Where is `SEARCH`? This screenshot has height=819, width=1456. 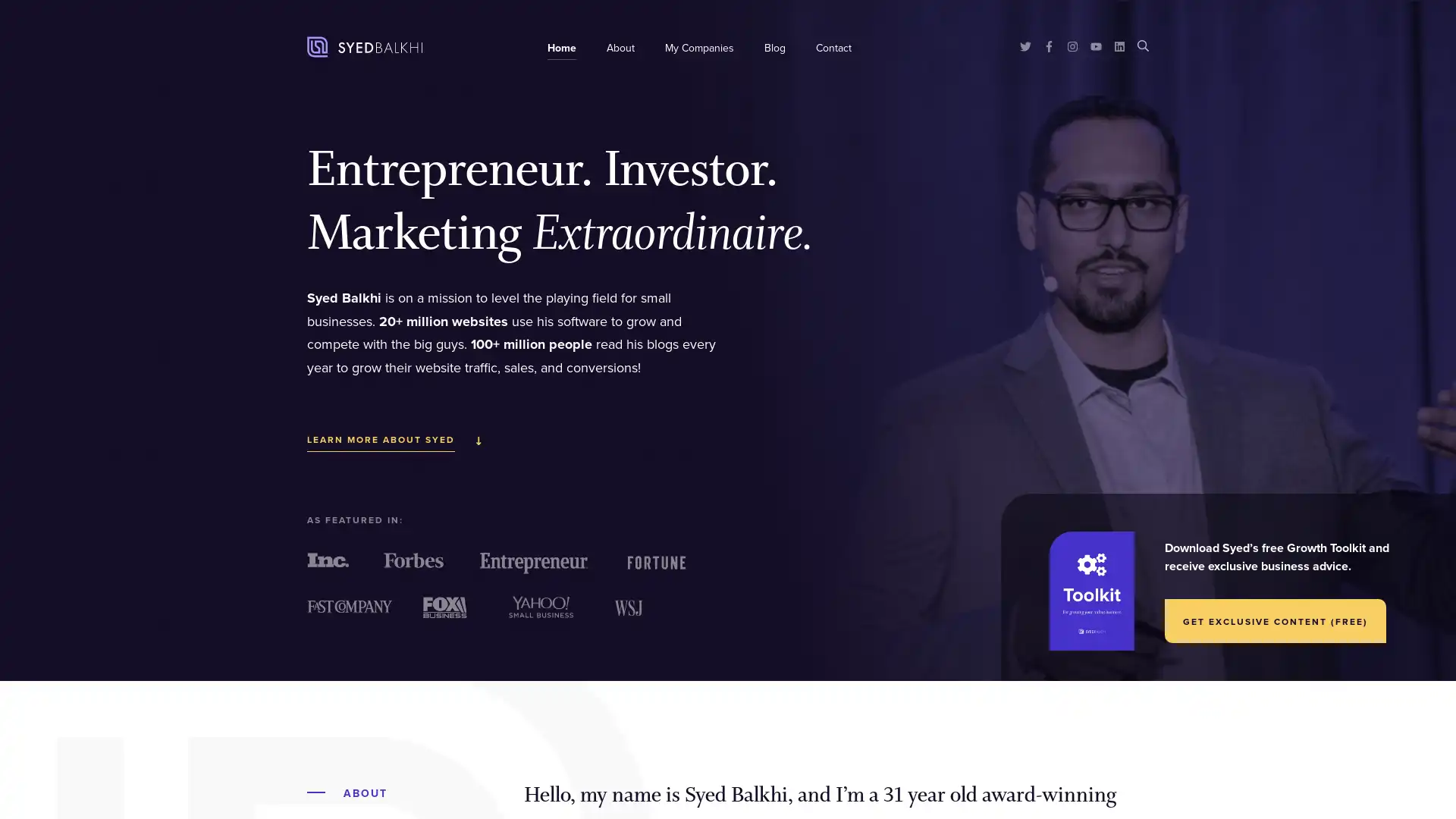
SEARCH is located at coordinates (1143, 44).